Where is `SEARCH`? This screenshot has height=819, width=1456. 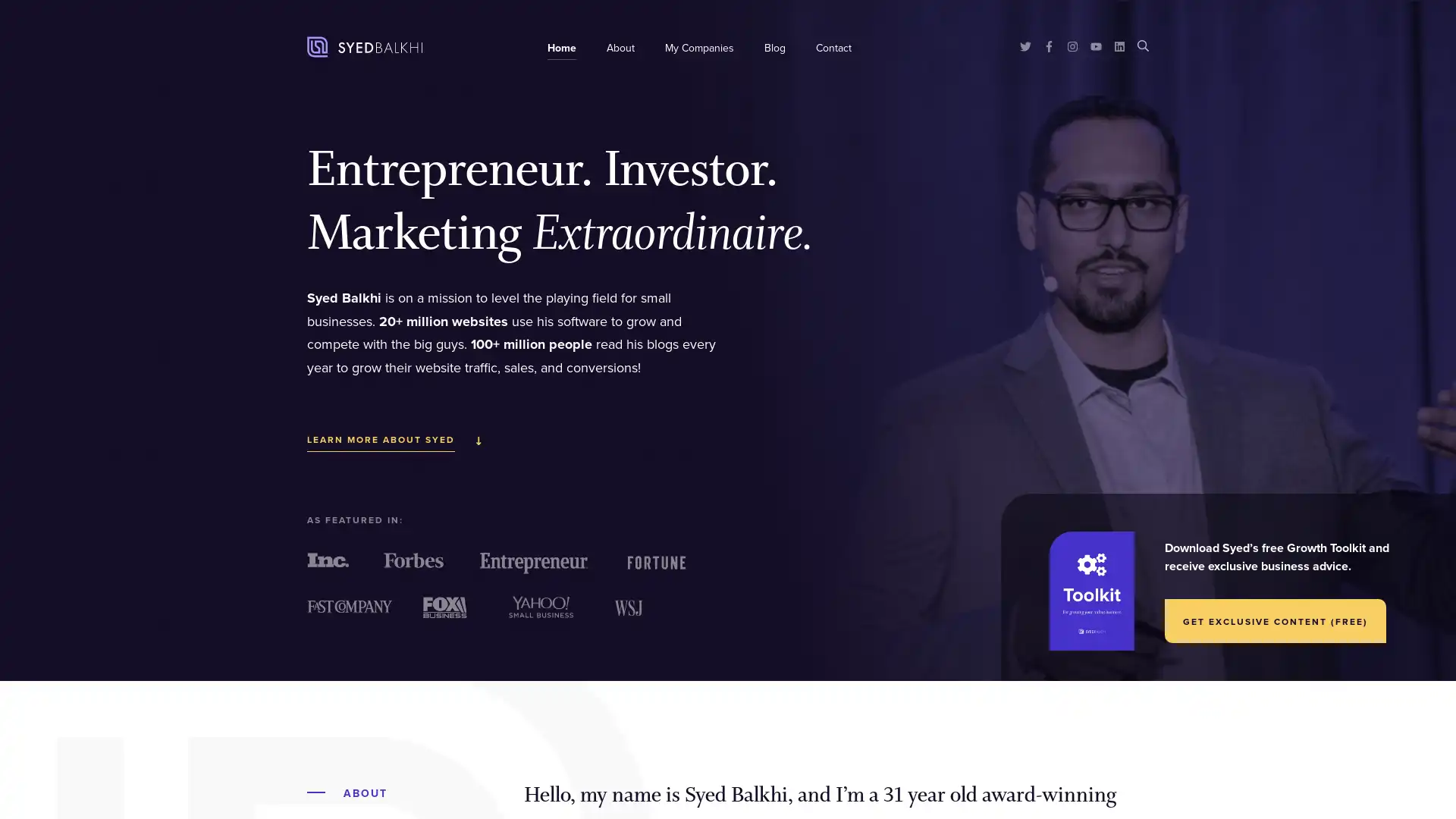
SEARCH is located at coordinates (1143, 44).